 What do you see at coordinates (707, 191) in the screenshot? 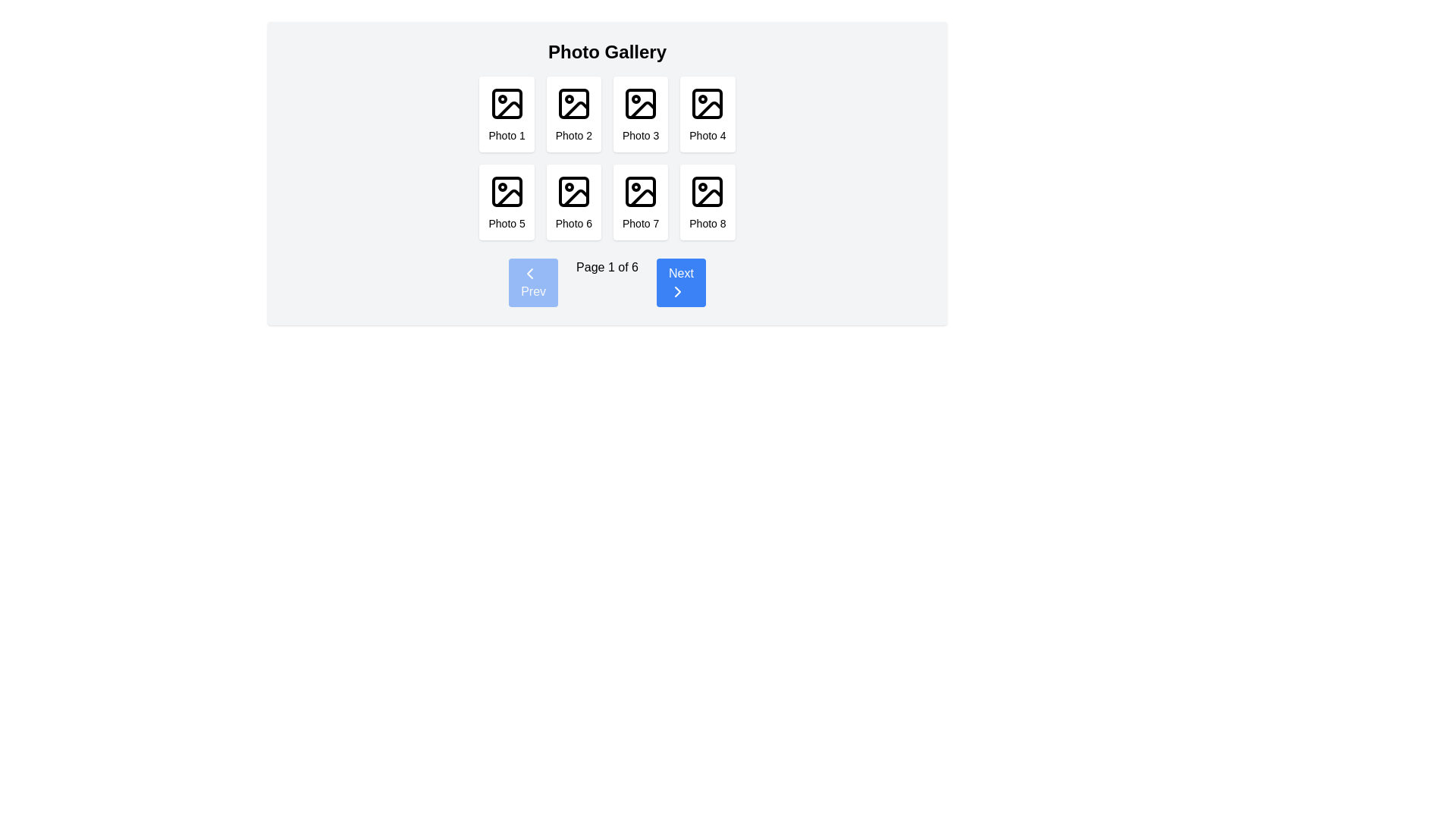
I see `the thumbnail icon for 'Photo 8'` at bounding box center [707, 191].